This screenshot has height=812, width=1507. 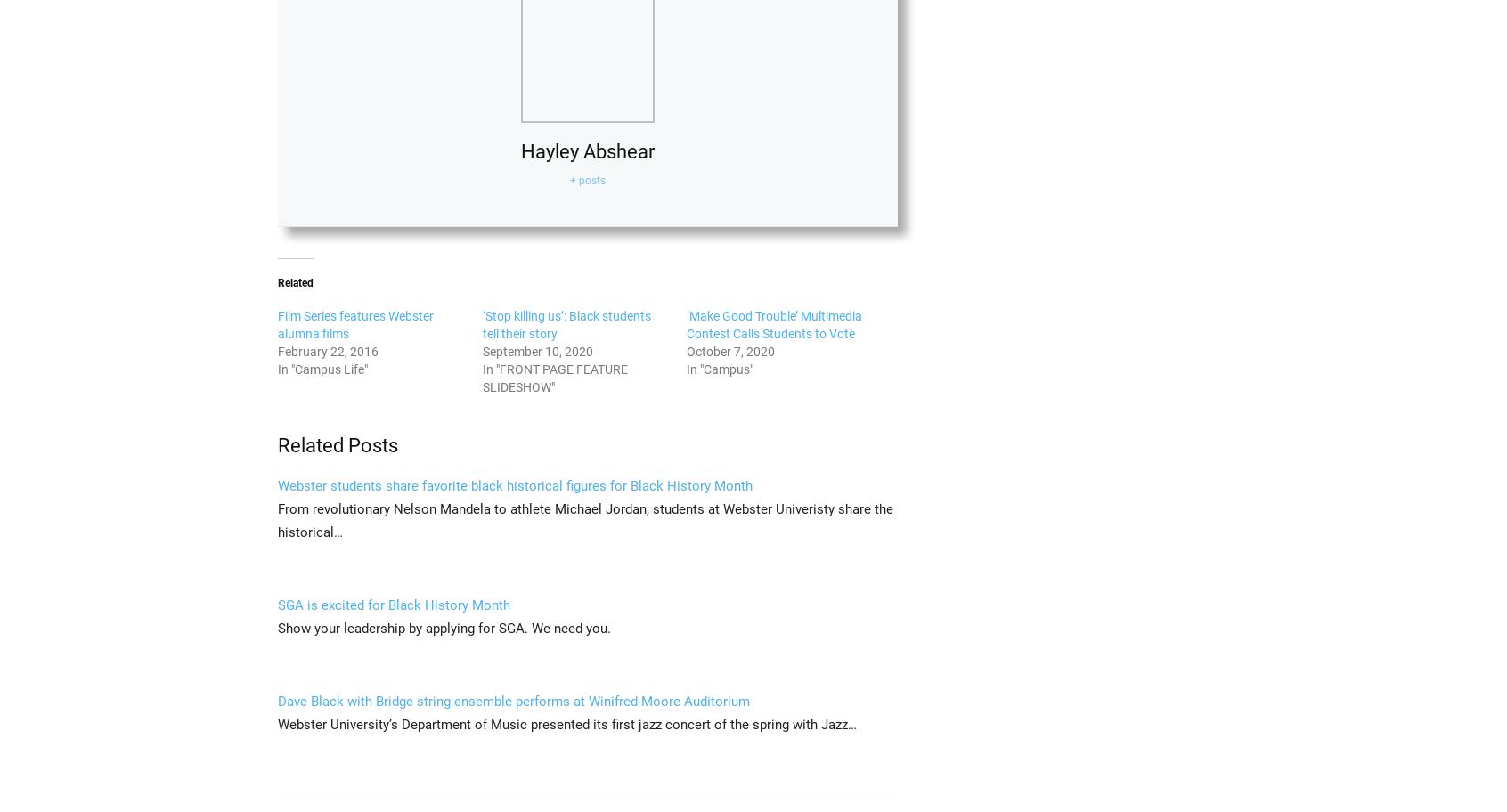 What do you see at coordinates (588, 150) in the screenshot?
I see `'Hayley Abshear'` at bounding box center [588, 150].